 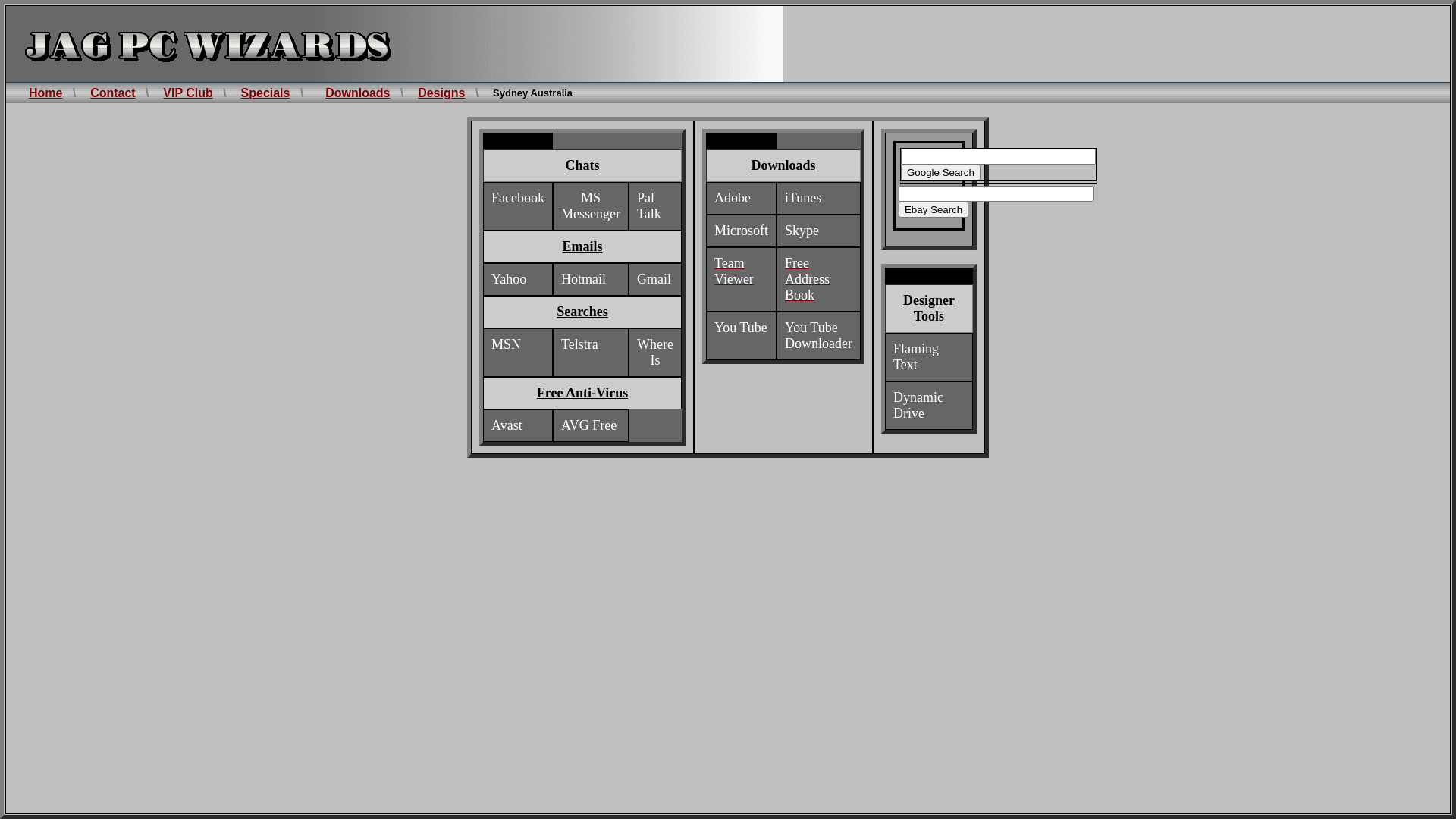 What do you see at coordinates (741, 231) in the screenshot?
I see `'Microsoft'` at bounding box center [741, 231].